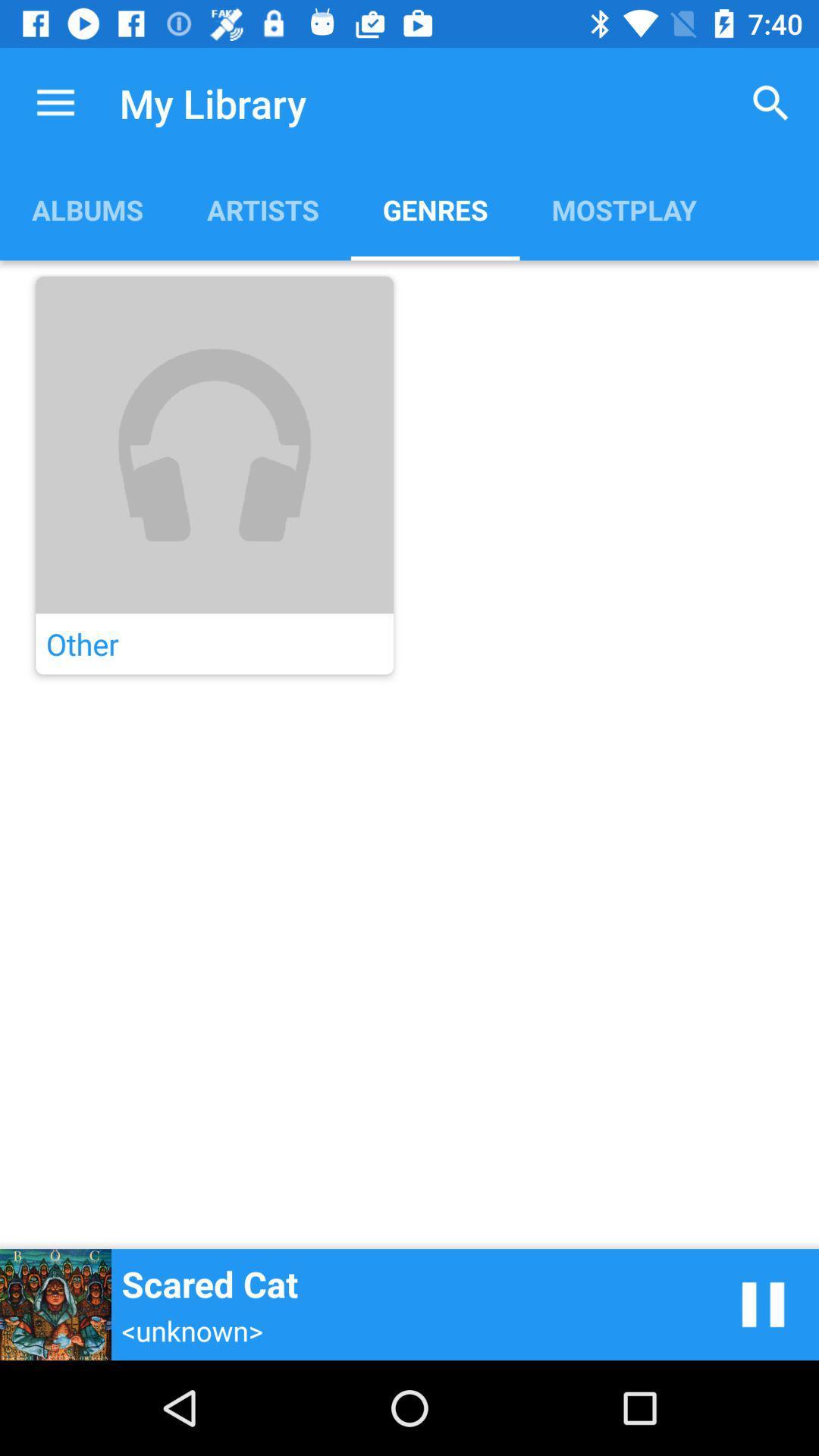 This screenshot has width=819, height=1456. I want to click on the item at the bottom right corner, so click(763, 1304).